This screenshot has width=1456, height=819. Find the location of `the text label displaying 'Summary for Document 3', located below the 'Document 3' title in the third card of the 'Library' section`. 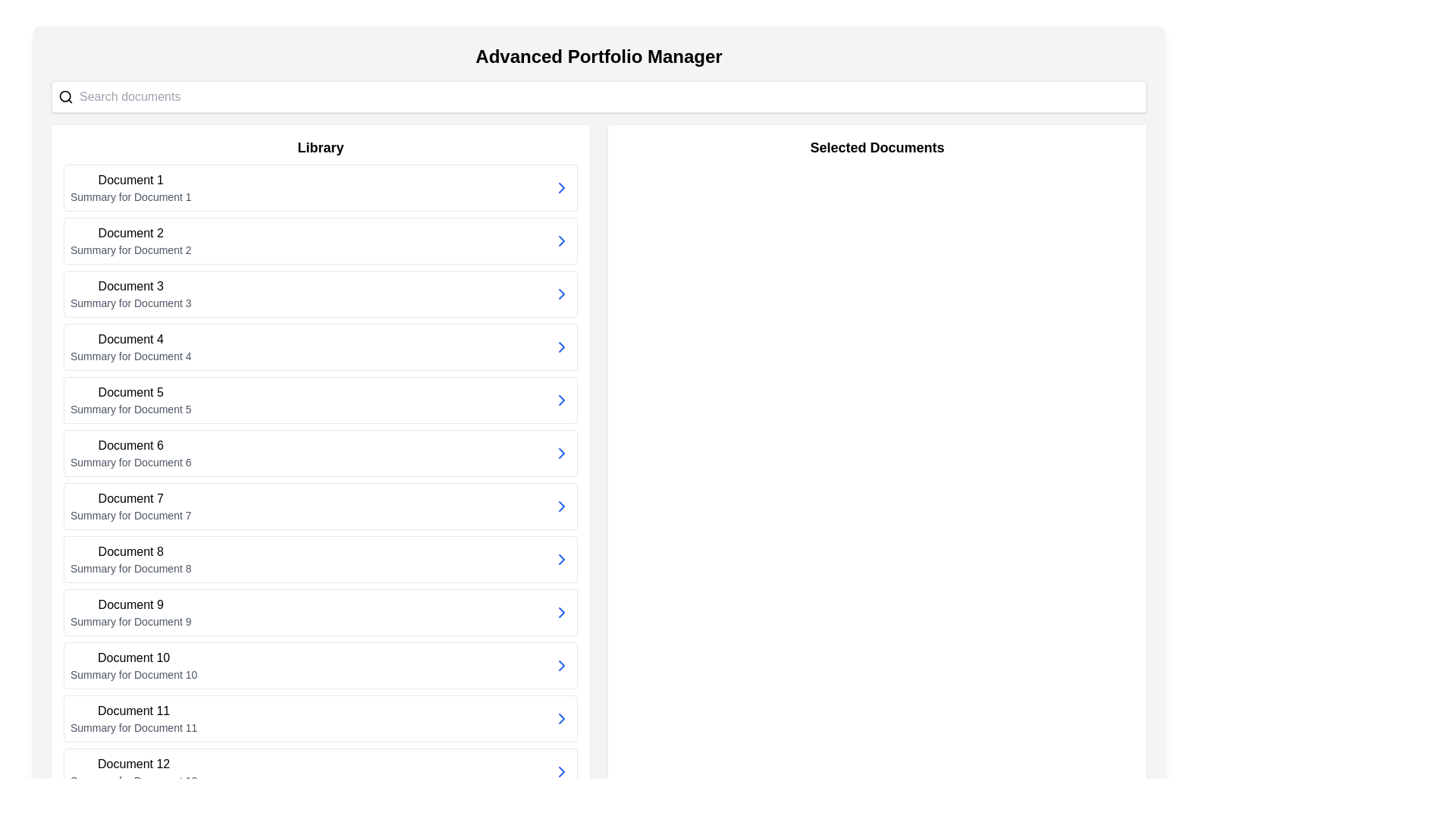

the text label displaying 'Summary for Document 3', located below the 'Document 3' title in the third card of the 'Library' section is located at coordinates (130, 303).